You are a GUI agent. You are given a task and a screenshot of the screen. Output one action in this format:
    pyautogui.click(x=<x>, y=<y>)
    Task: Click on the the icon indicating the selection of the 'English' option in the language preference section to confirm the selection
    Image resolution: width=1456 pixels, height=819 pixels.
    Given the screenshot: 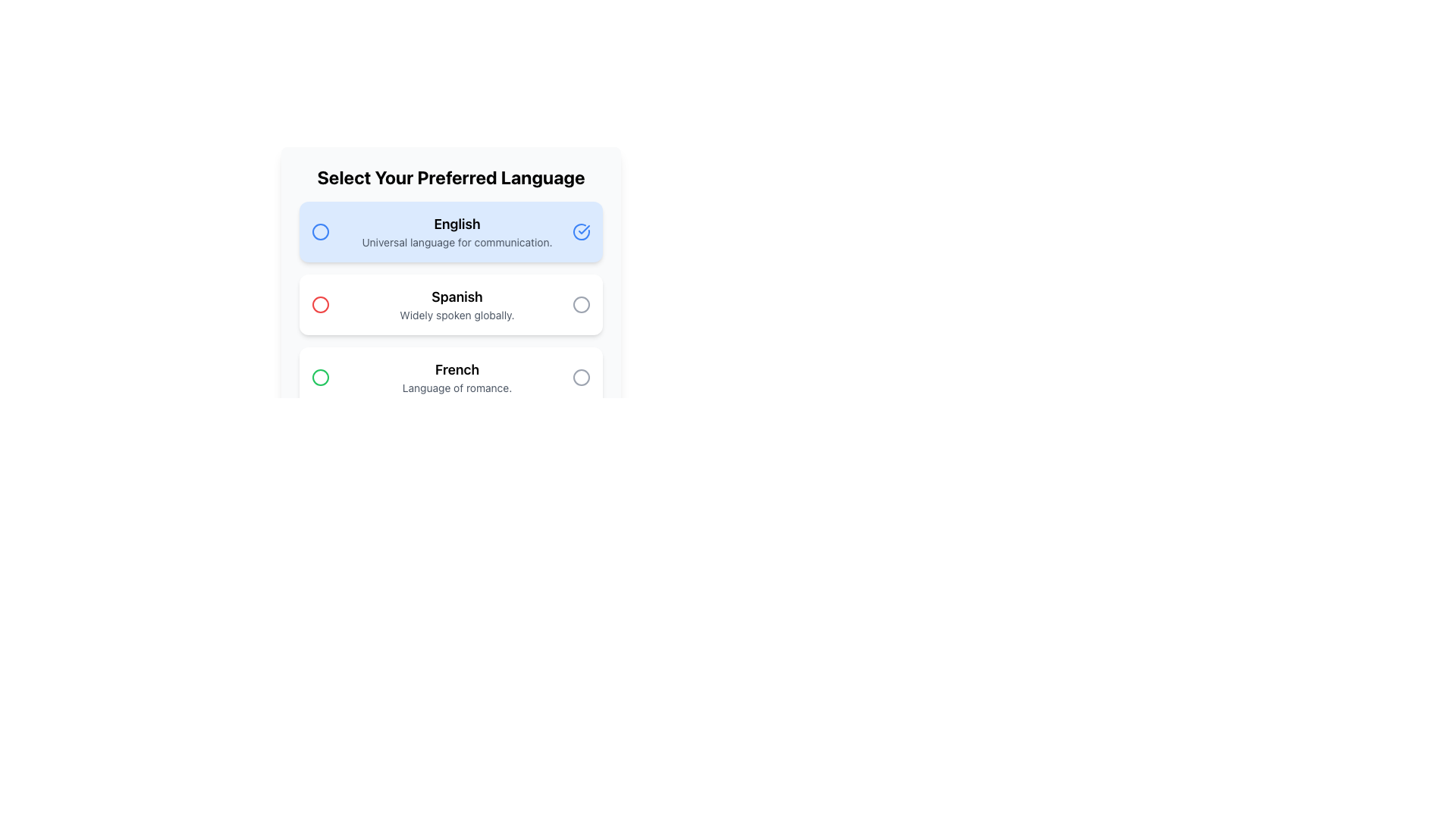 What is the action you would take?
    pyautogui.click(x=581, y=231)
    